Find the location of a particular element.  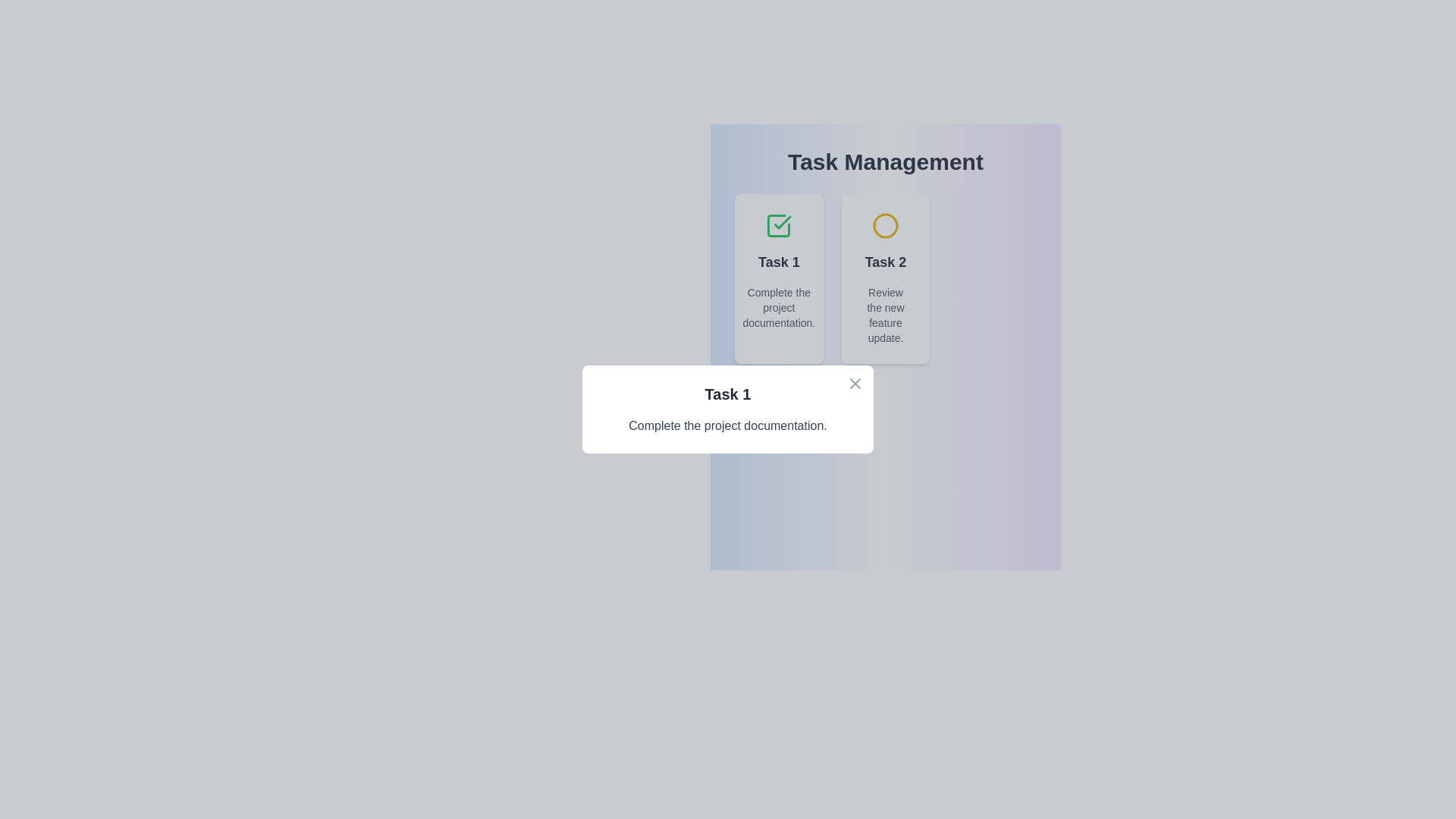

the task description dialog box that displays details of 'Task 1' is located at coordinates (728, 409).